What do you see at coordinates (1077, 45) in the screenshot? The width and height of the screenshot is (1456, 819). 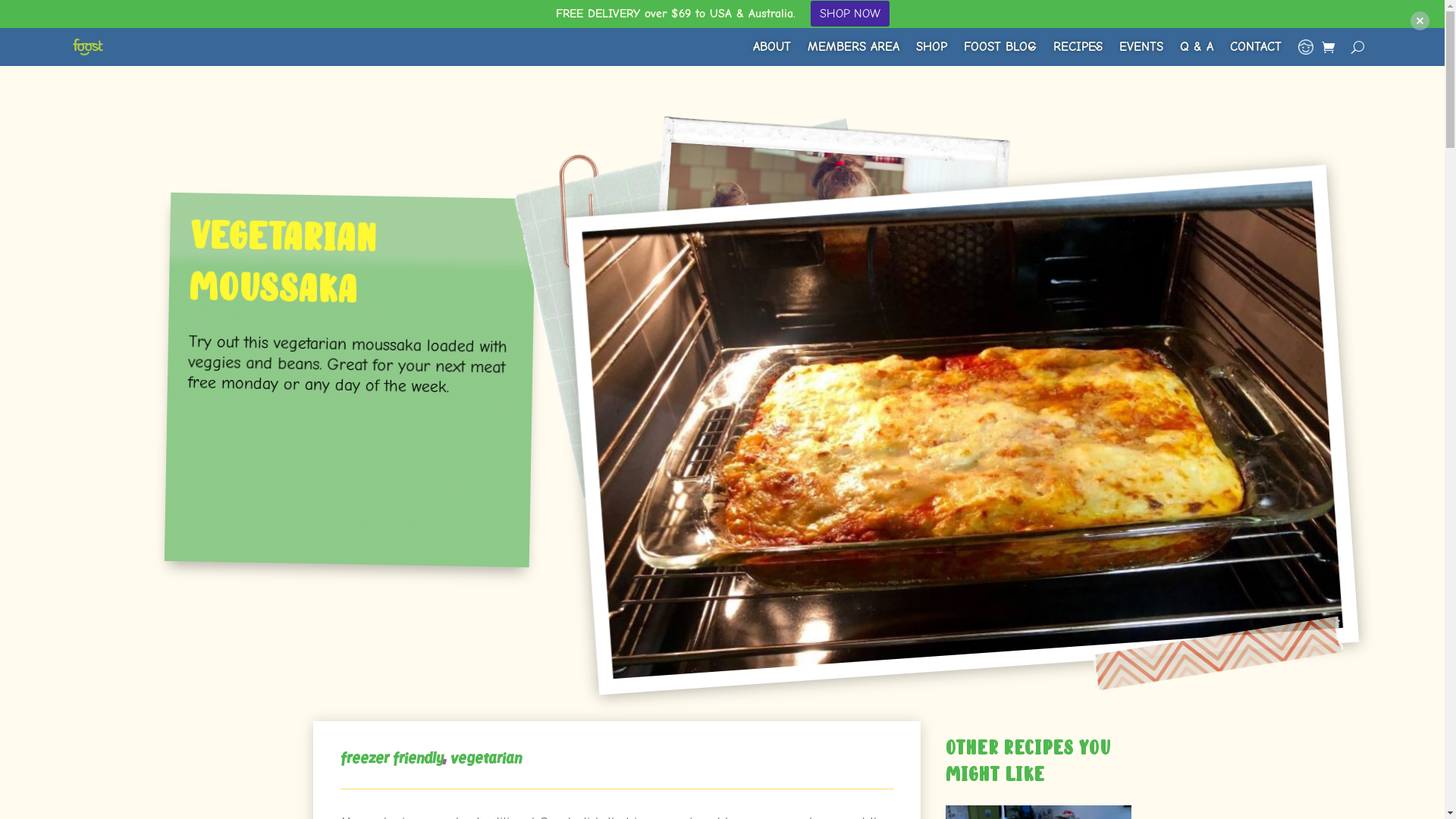 I see `'RECIPES'` at bounding box center [1077, 45].